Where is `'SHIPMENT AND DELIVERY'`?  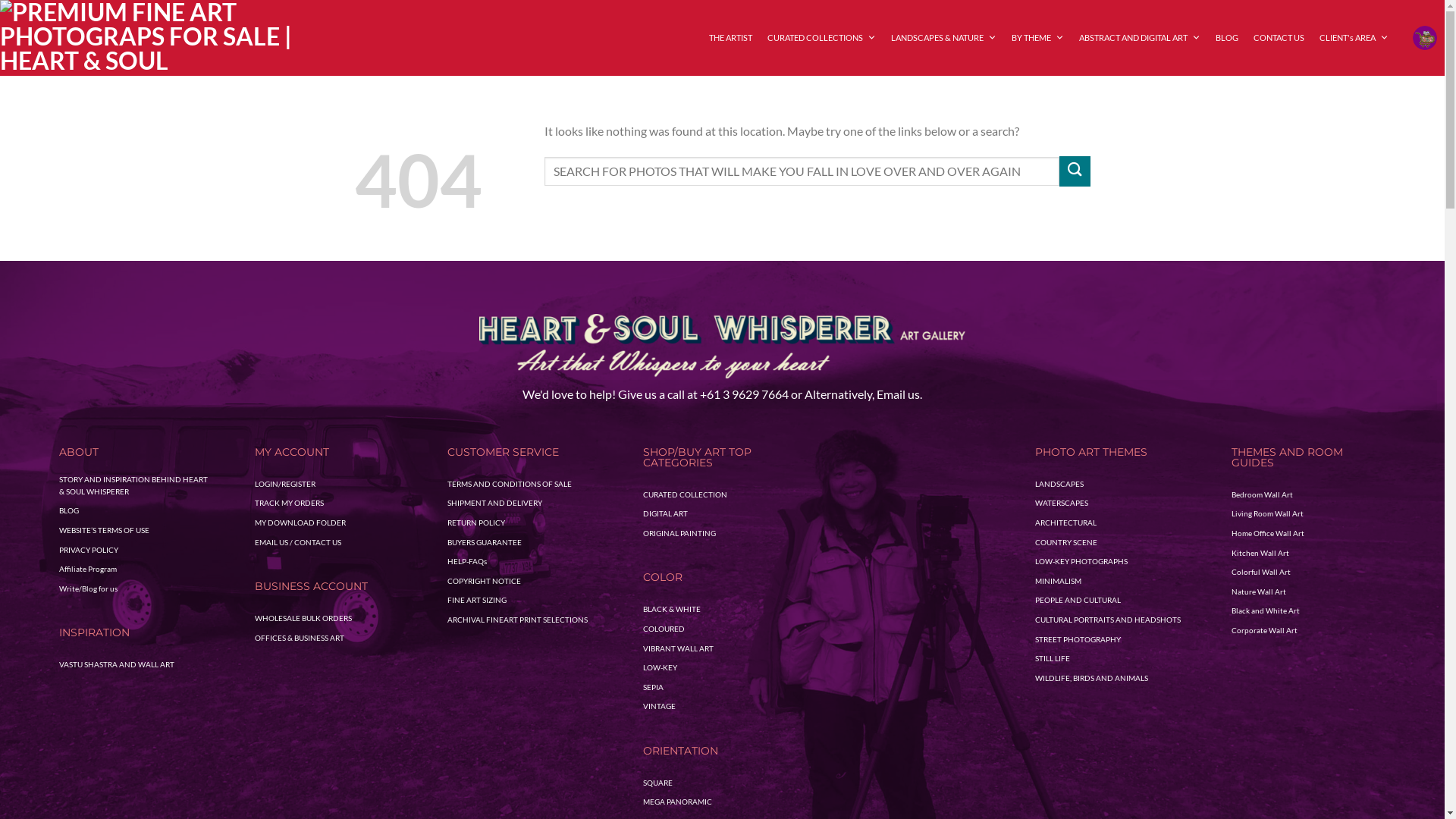 'SHIPMENT AND DELIVERY' is located at coordinates (494, 503).